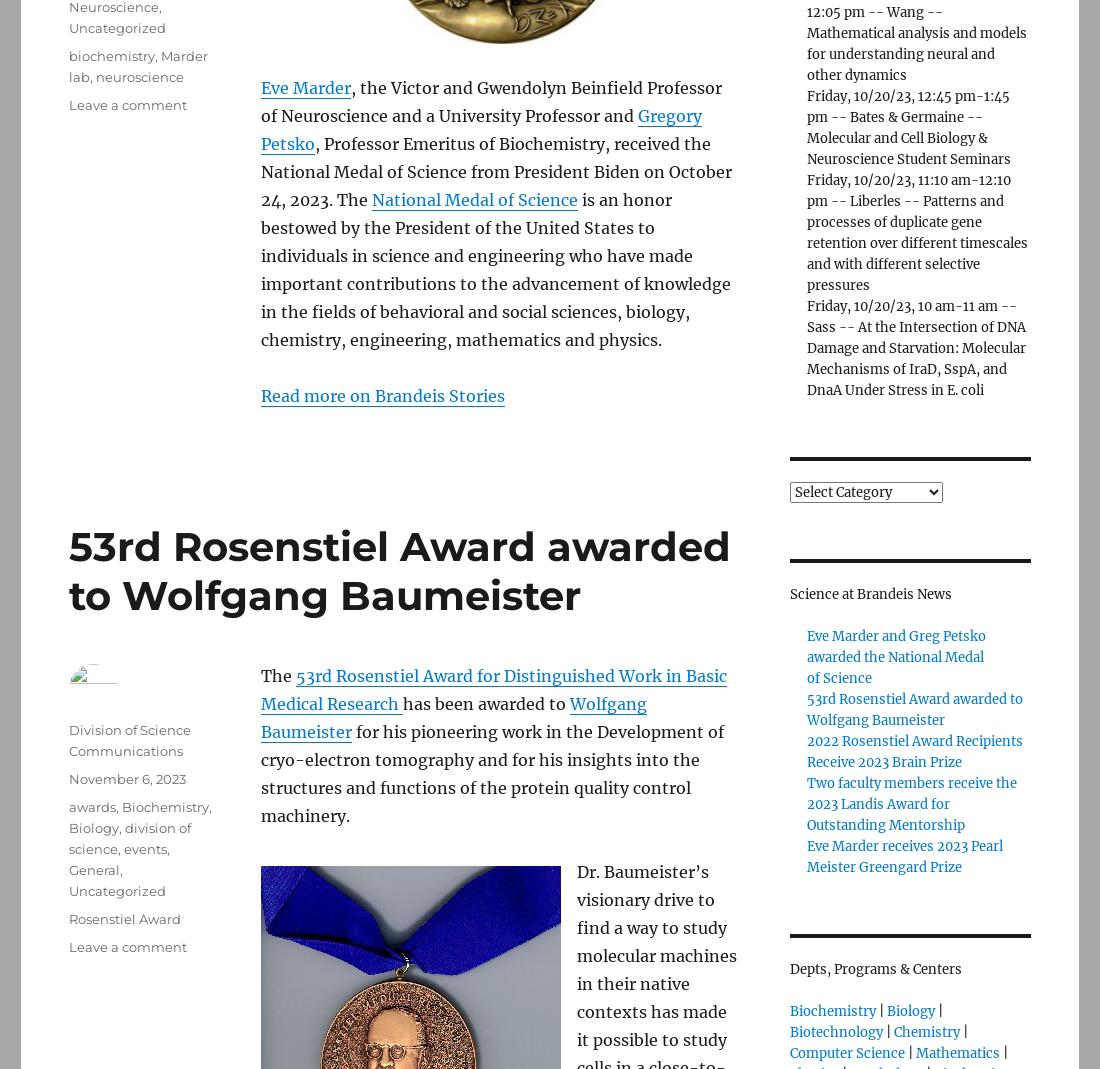 This screenshot has width=1100, height=1069. What do you see at coordinates (383, 395) in the screenshot?
I see `'Read more on Brandeis Stories'` at bounding box center [383, 395].